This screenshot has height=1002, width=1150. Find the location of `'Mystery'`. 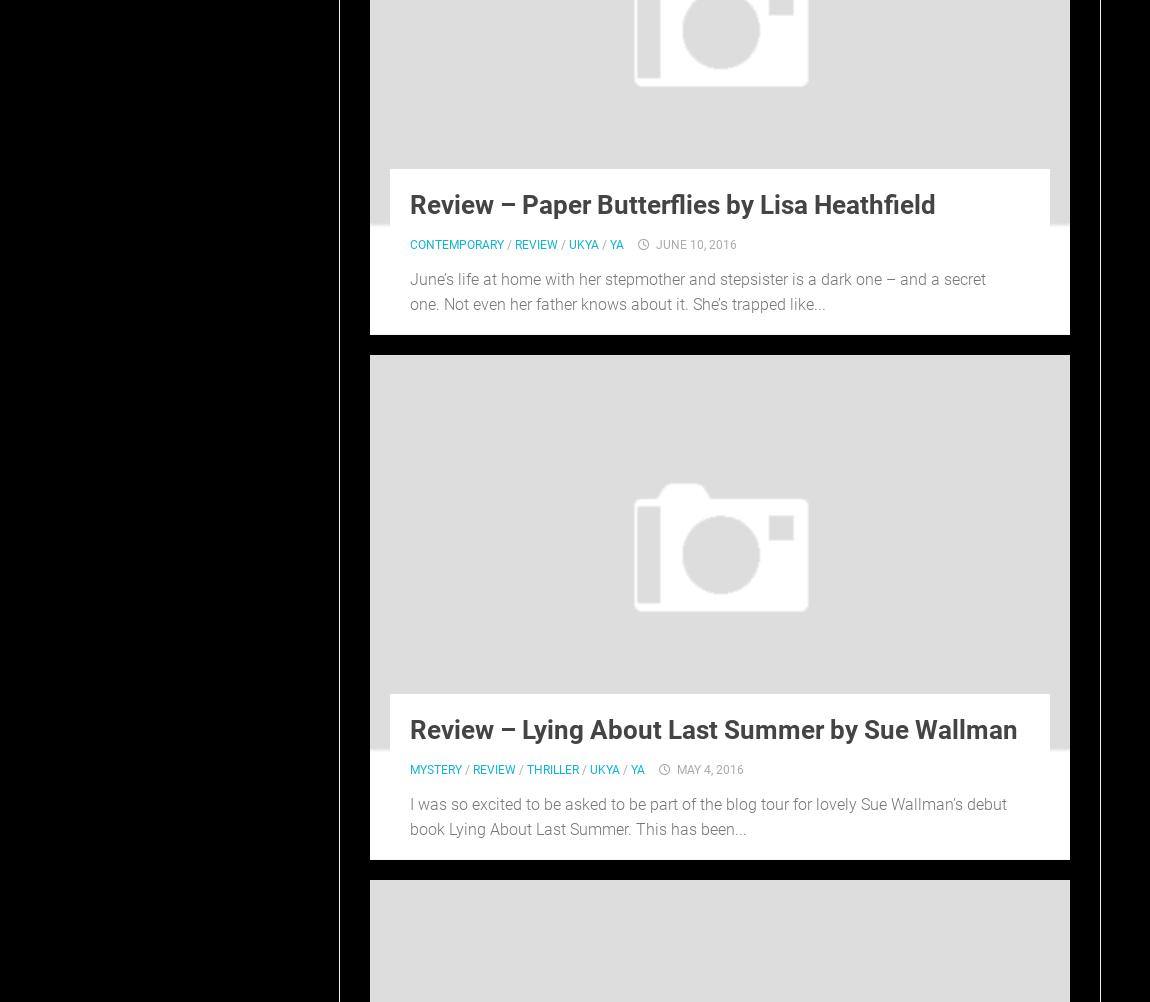

'Mystery' is located at coordinates (409, 768).